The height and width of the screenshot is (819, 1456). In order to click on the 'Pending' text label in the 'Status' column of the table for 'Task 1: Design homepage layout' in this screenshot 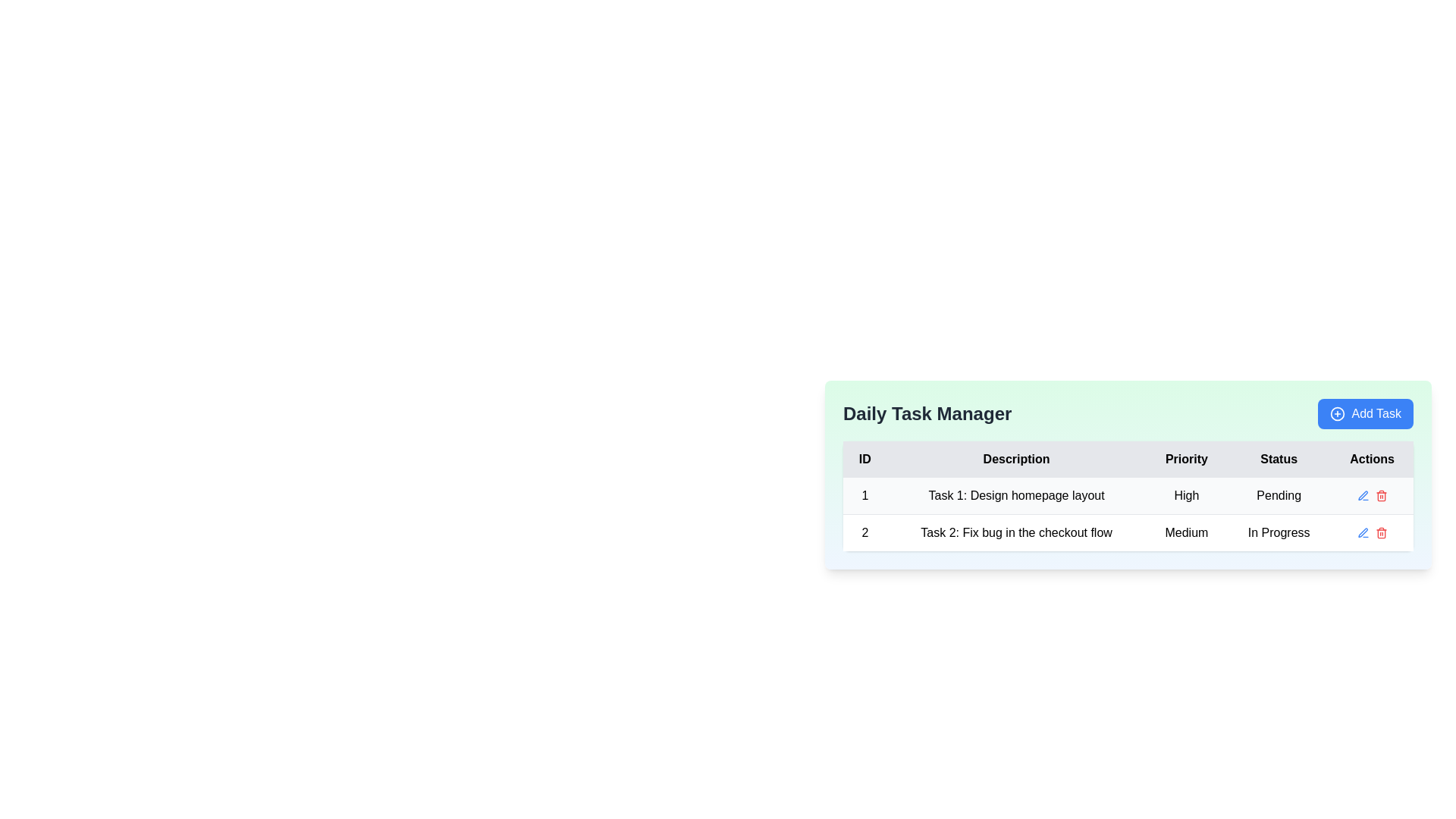, I will do `click(1278, 496)`.